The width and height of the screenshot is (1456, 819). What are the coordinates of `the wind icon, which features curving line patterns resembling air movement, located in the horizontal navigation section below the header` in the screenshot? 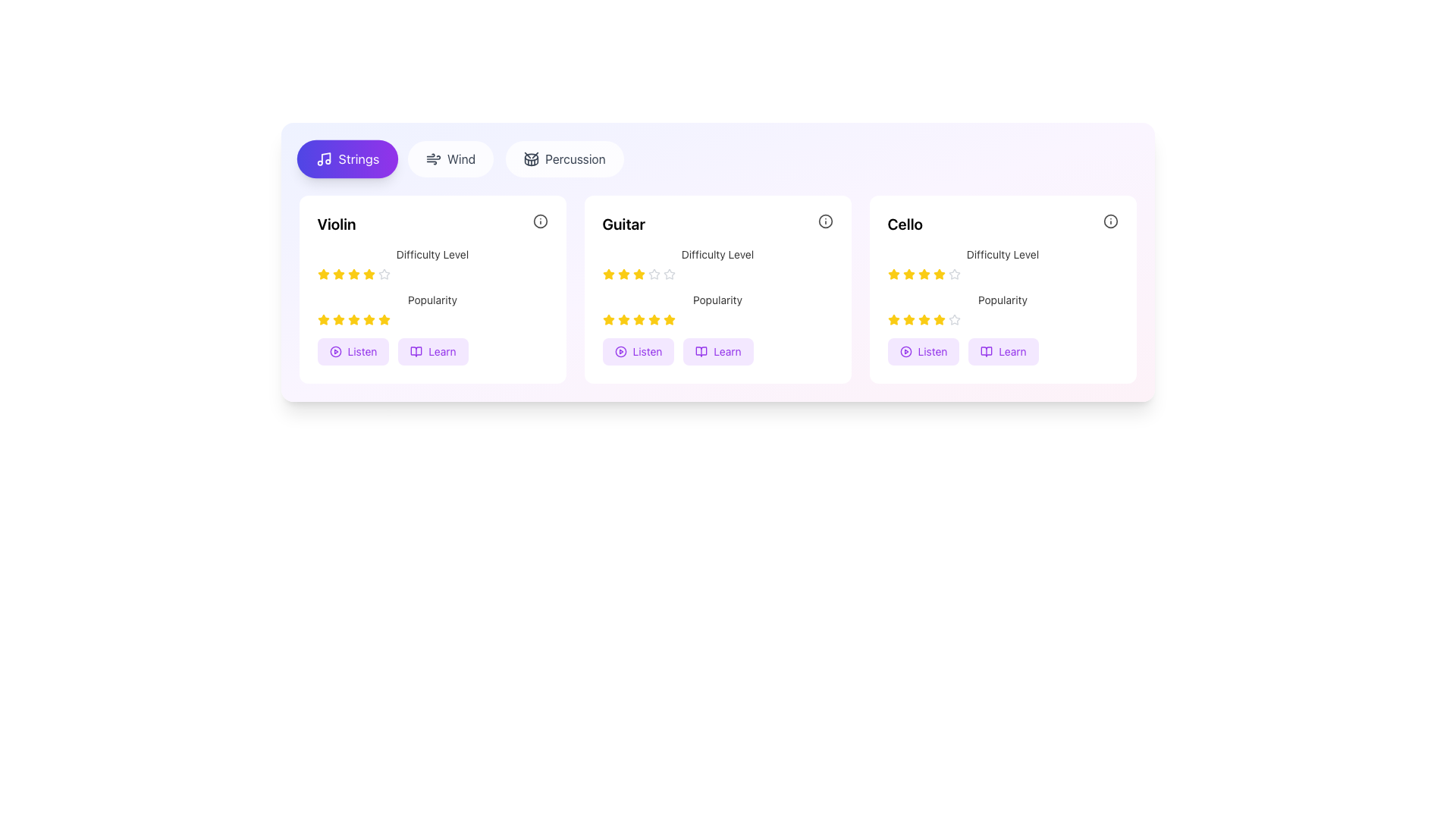 It's located at (432, 158).